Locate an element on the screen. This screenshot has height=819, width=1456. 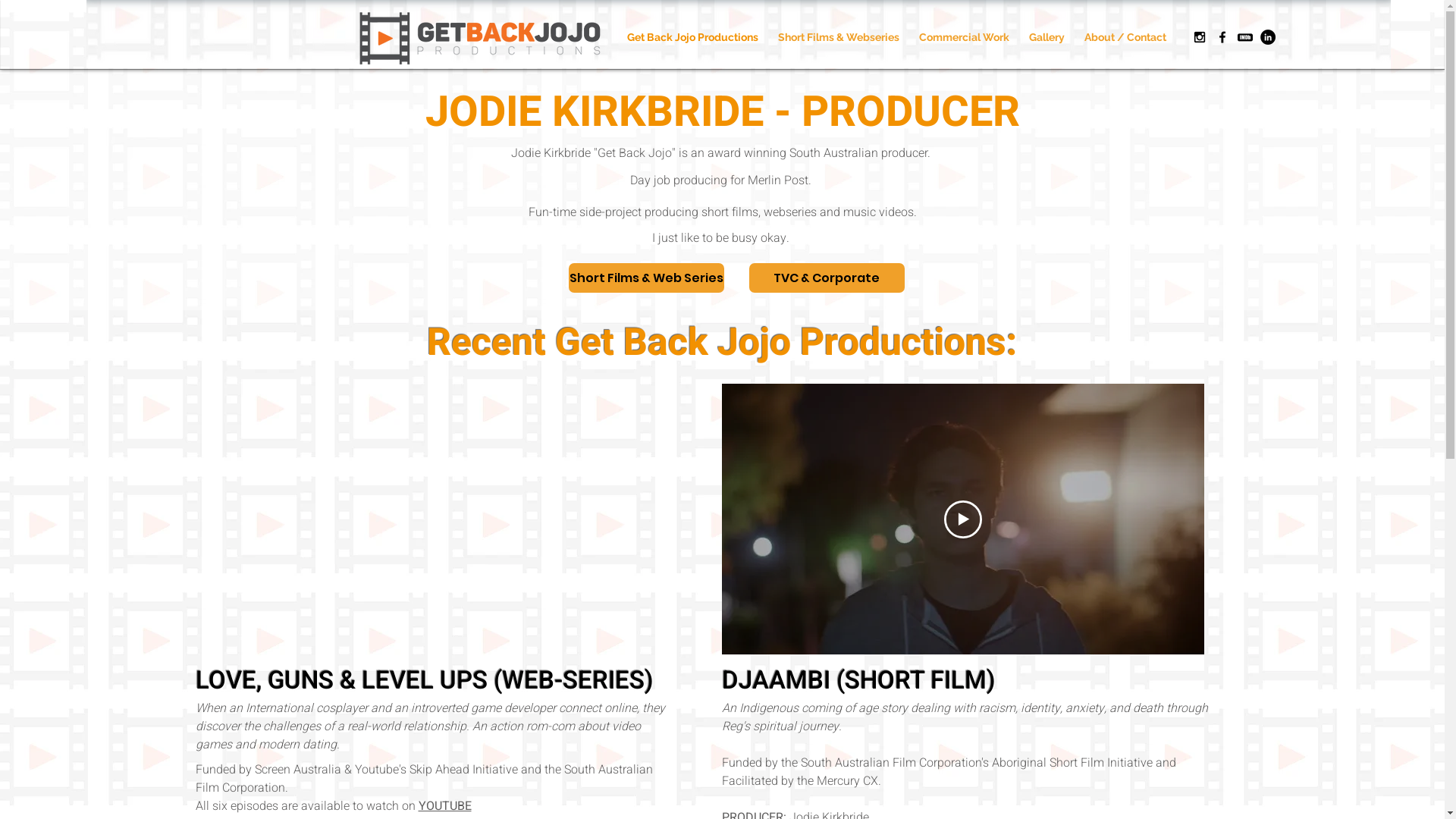
'Gallery' is located at coordinates (1046, 36).